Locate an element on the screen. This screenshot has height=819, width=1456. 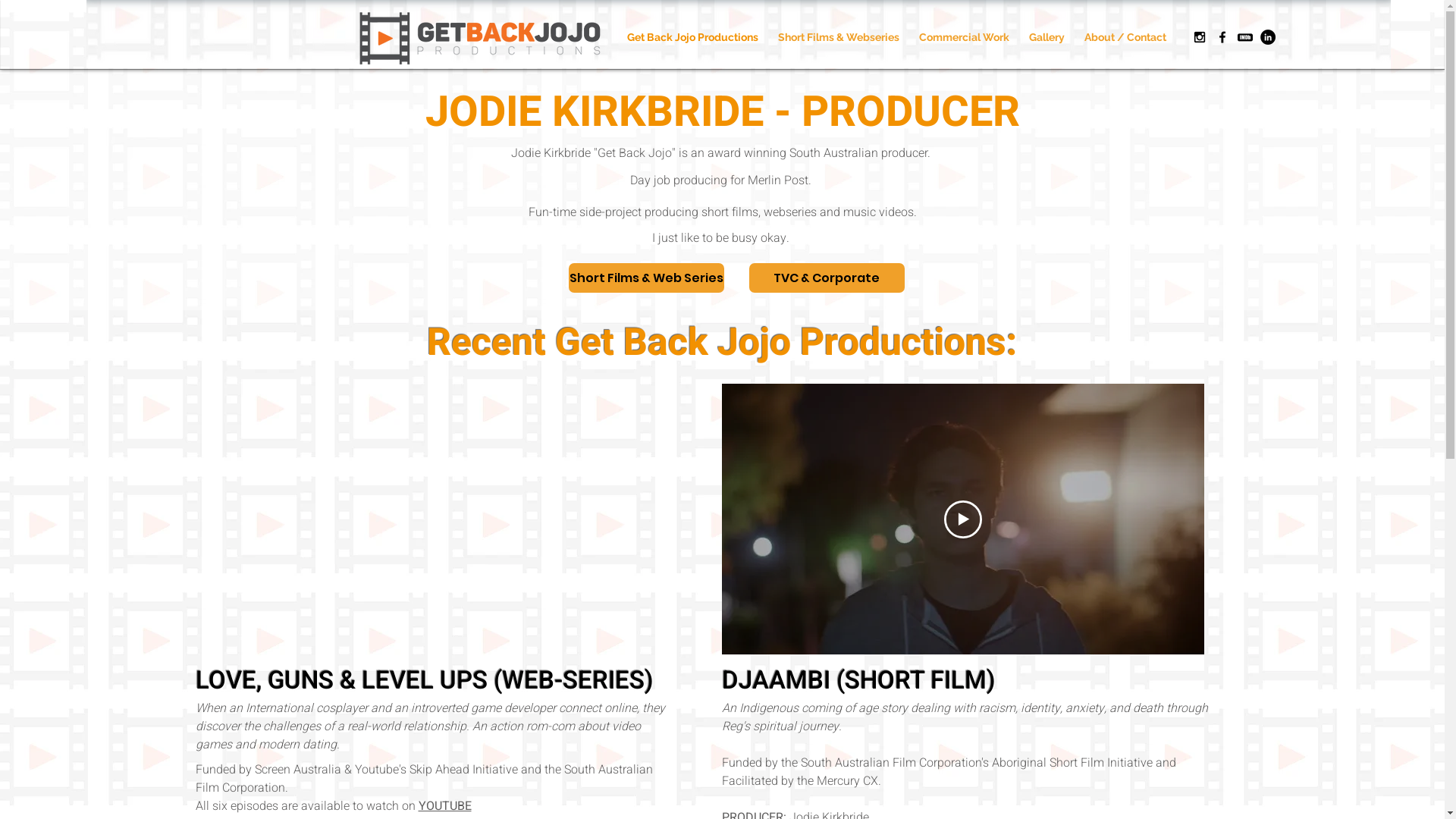
'Gallery' is located at coordinates (1046, 36).